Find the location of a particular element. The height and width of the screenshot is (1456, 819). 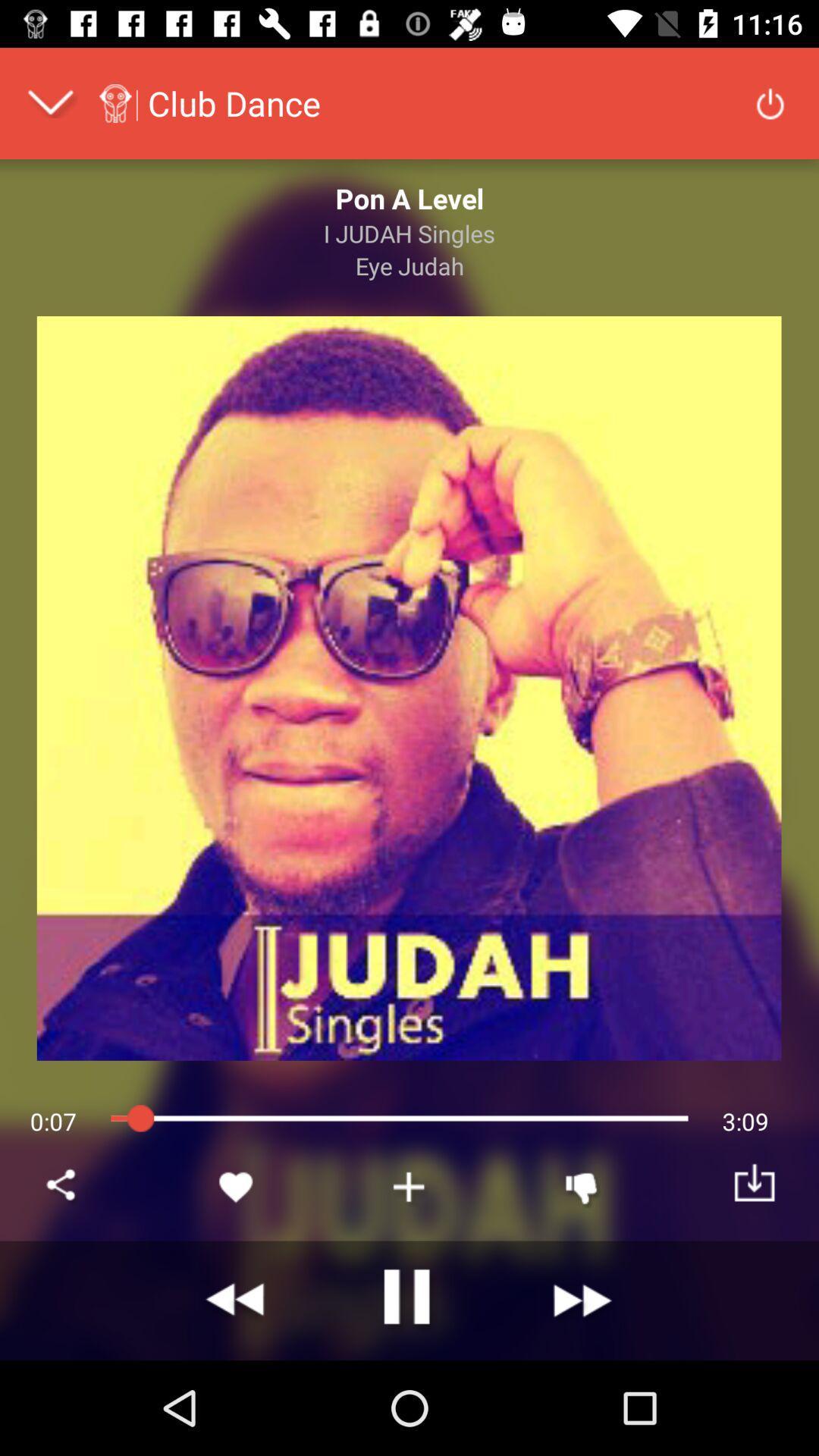

share button is located at coordinates (63, 1186).